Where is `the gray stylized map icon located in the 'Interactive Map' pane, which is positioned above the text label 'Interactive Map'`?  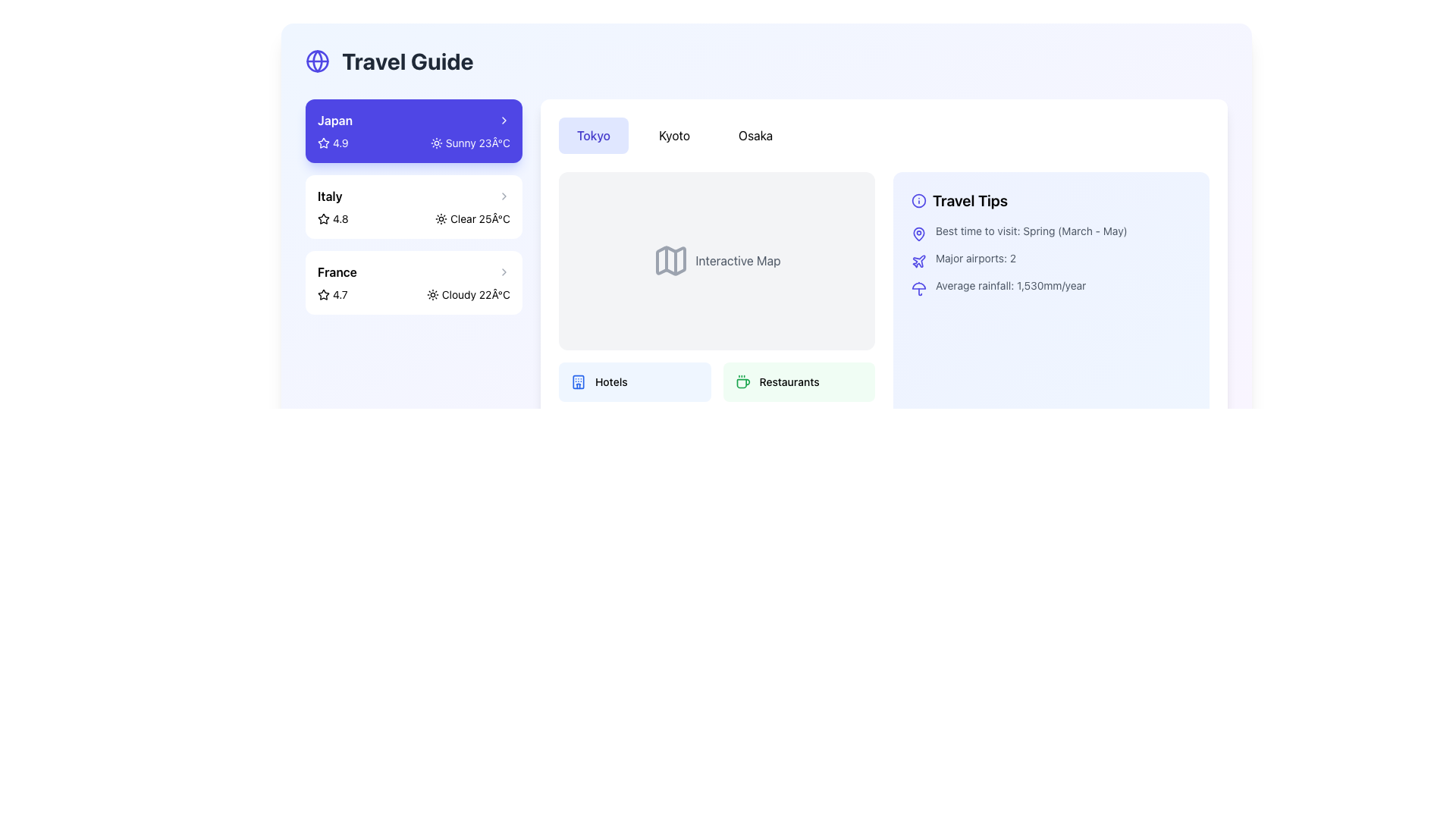 the gray stylized map icon located in the 'Interactive Map' pane, which is positioned above the text label 'Interactive Map' is located at coordinates (670, 260).